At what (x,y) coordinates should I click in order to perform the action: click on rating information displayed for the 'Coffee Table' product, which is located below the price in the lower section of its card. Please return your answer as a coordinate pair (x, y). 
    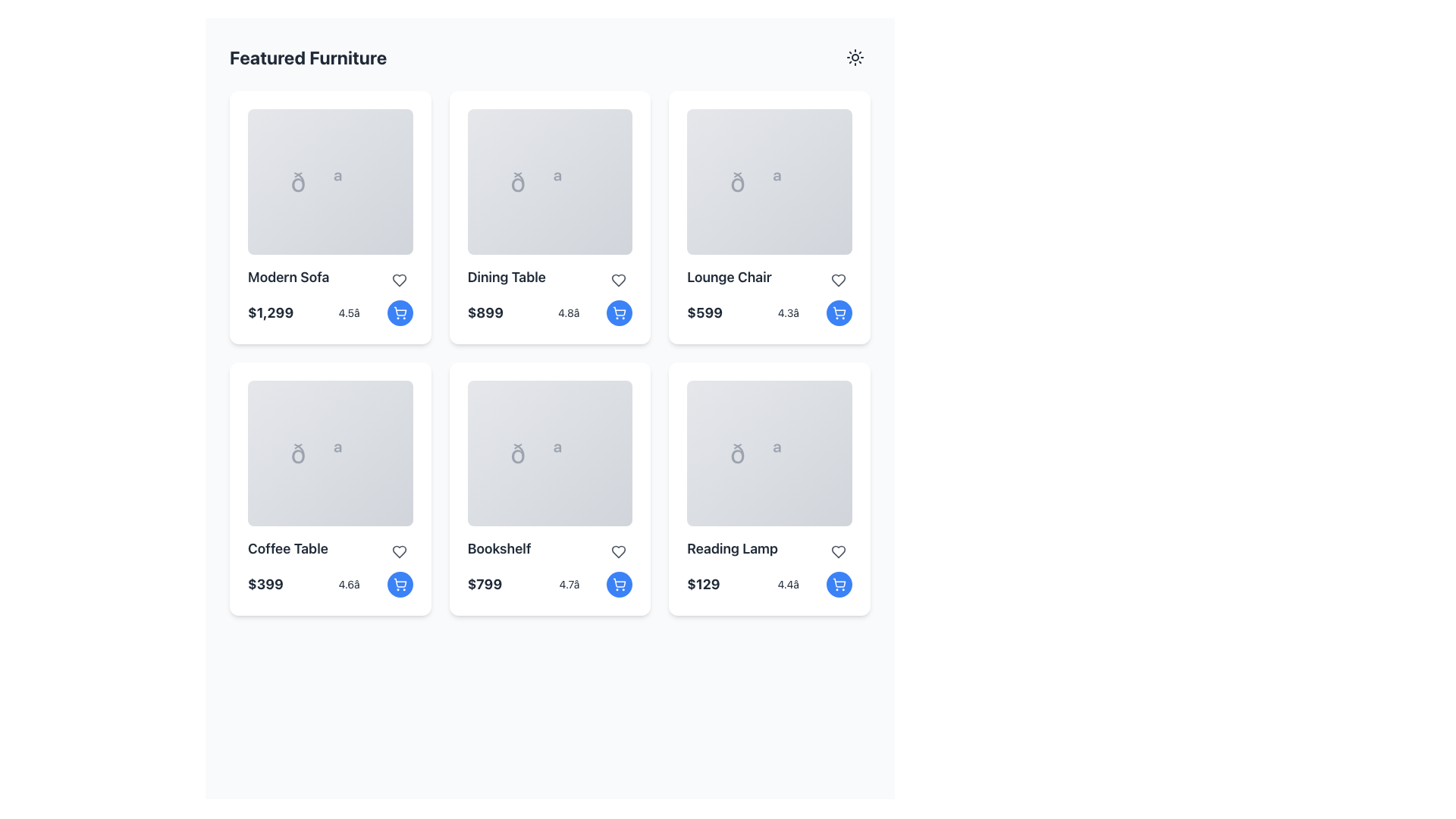
    Looking at the image, I should click on (359, 584).